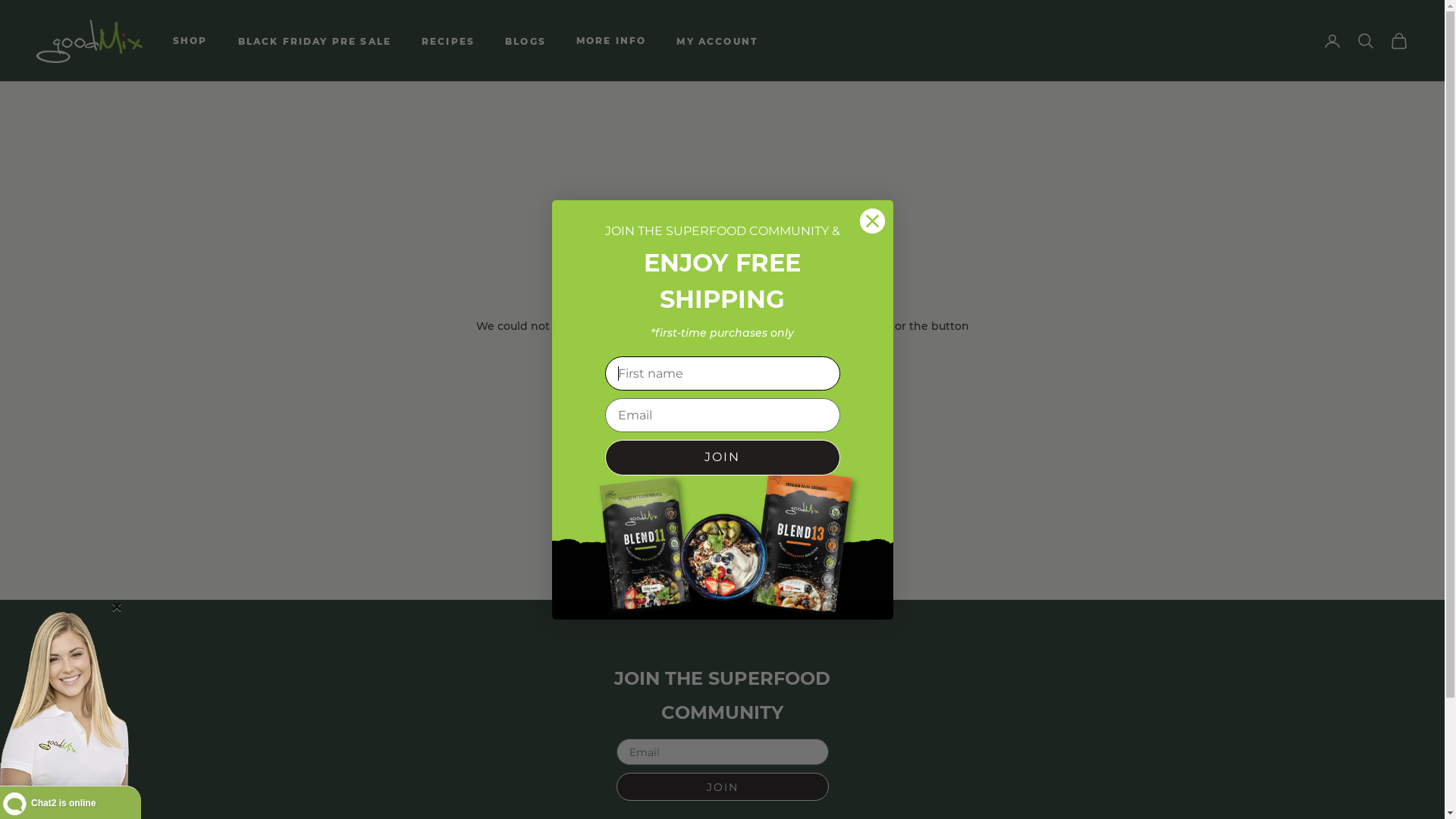  What do you see at coordinates (1365, 40) in the screenshot?
I see `'Open search'` at bounding box center [1365, 40].